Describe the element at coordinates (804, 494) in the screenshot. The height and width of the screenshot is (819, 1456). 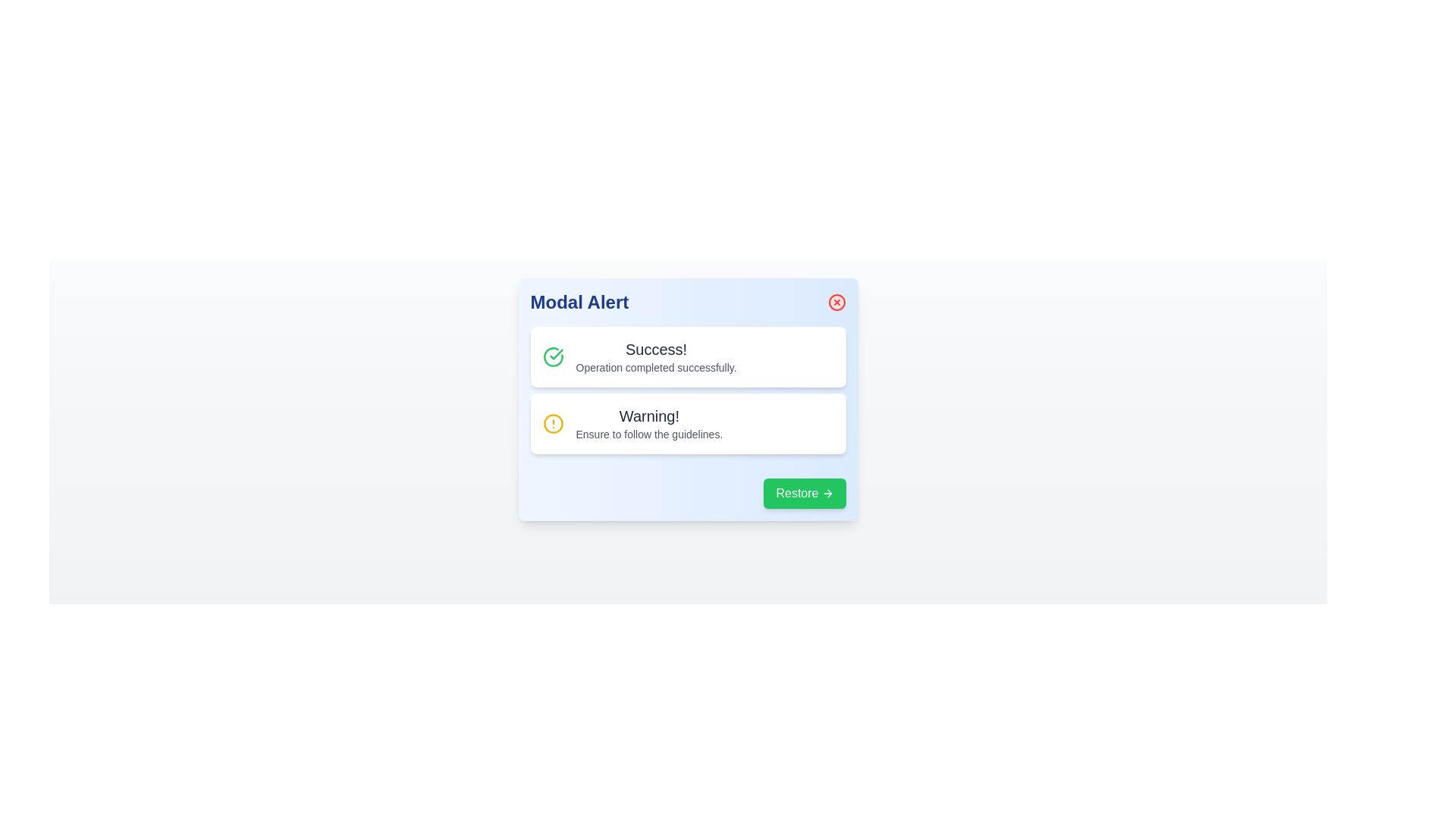
I see `the green 'Restore' button located at the bottom-right of the modal dialog` at that location.